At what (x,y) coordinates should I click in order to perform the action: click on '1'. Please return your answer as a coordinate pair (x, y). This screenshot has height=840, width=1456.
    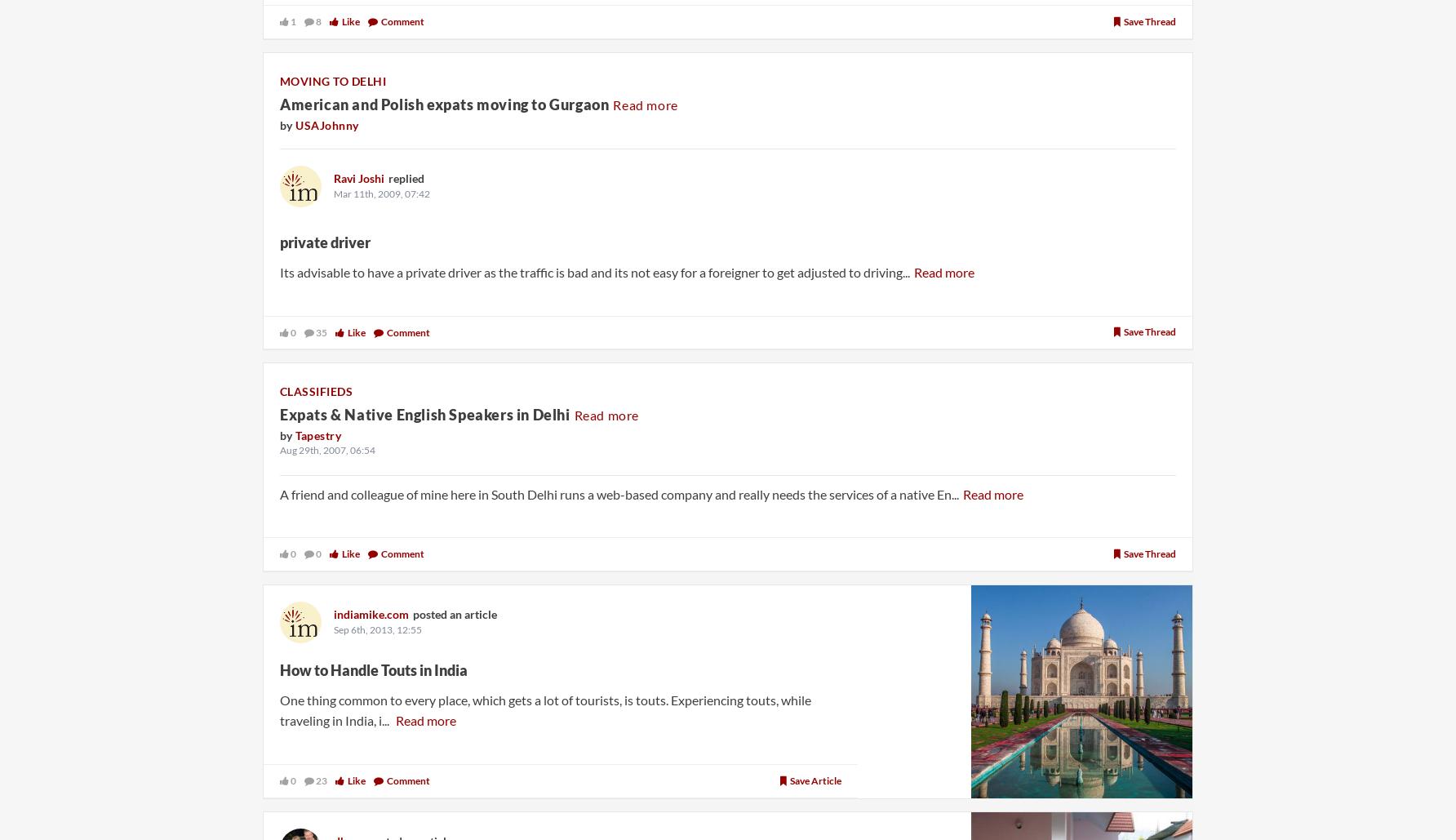
    Looking at the image, I should click on (291, 21).